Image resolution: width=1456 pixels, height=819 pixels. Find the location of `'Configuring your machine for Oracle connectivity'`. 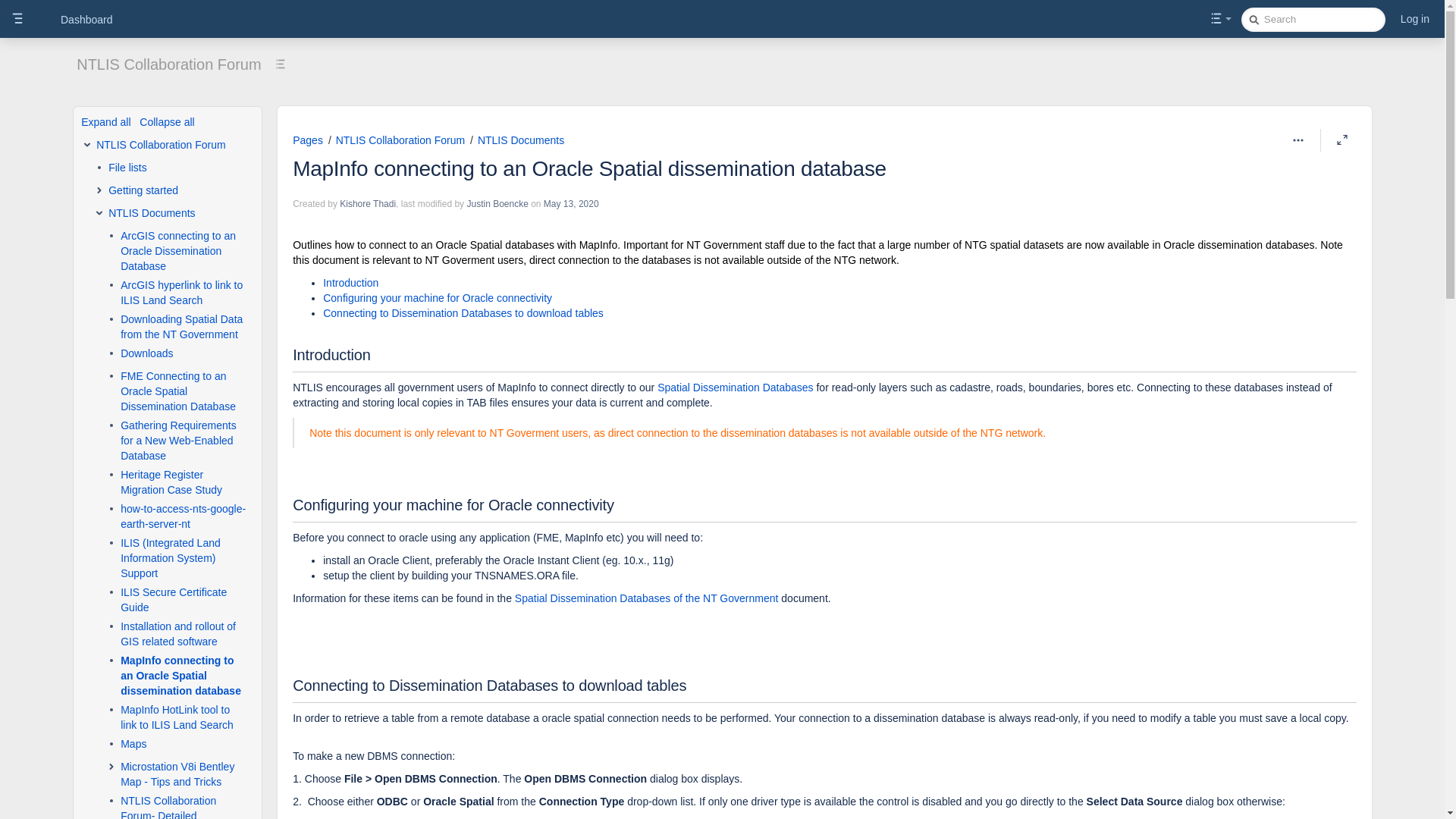

'Configuring your machine for Oracle connectivity' is located at coordinates (436, 298).